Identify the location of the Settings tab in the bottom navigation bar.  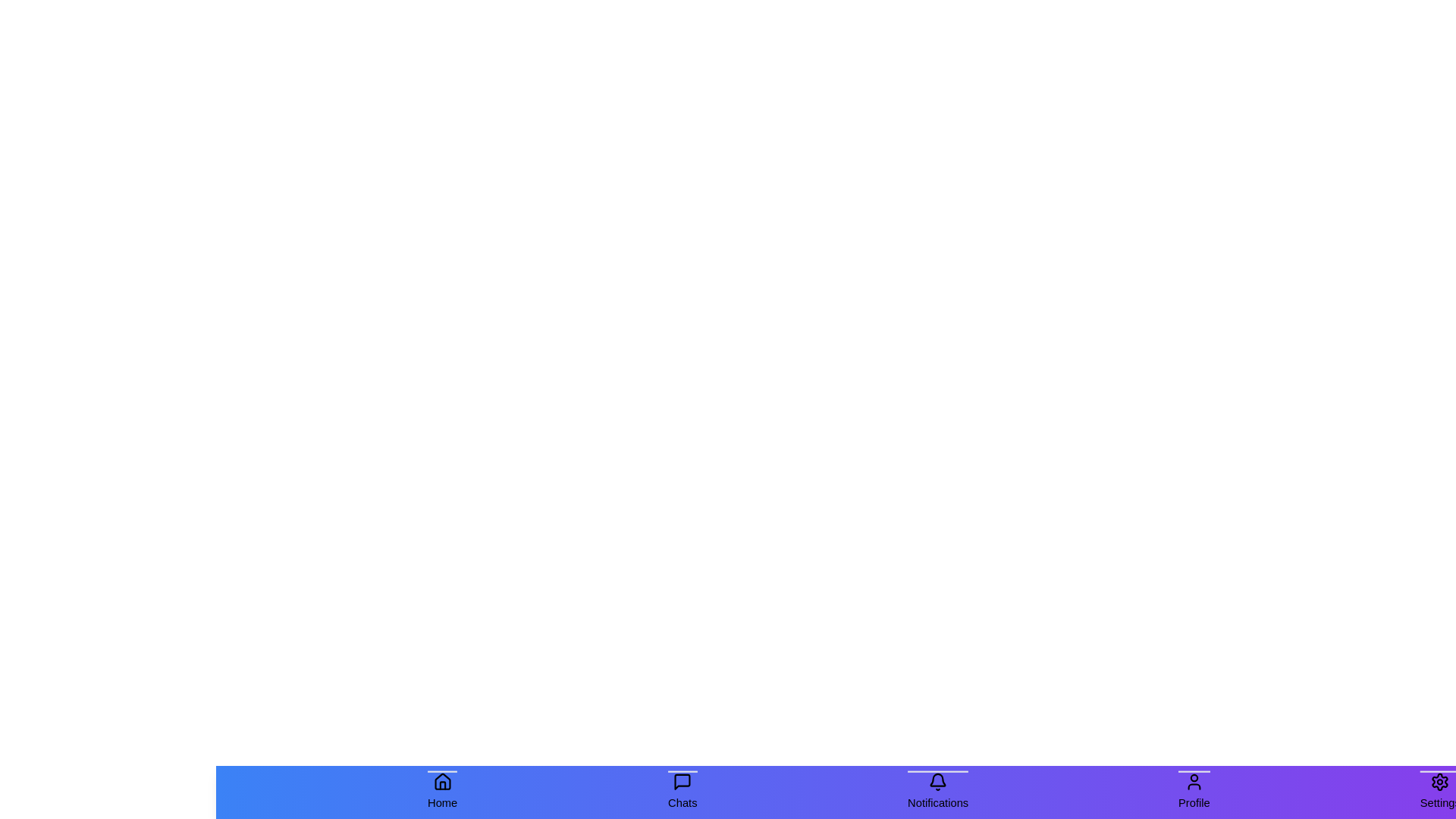
(1439, 792).